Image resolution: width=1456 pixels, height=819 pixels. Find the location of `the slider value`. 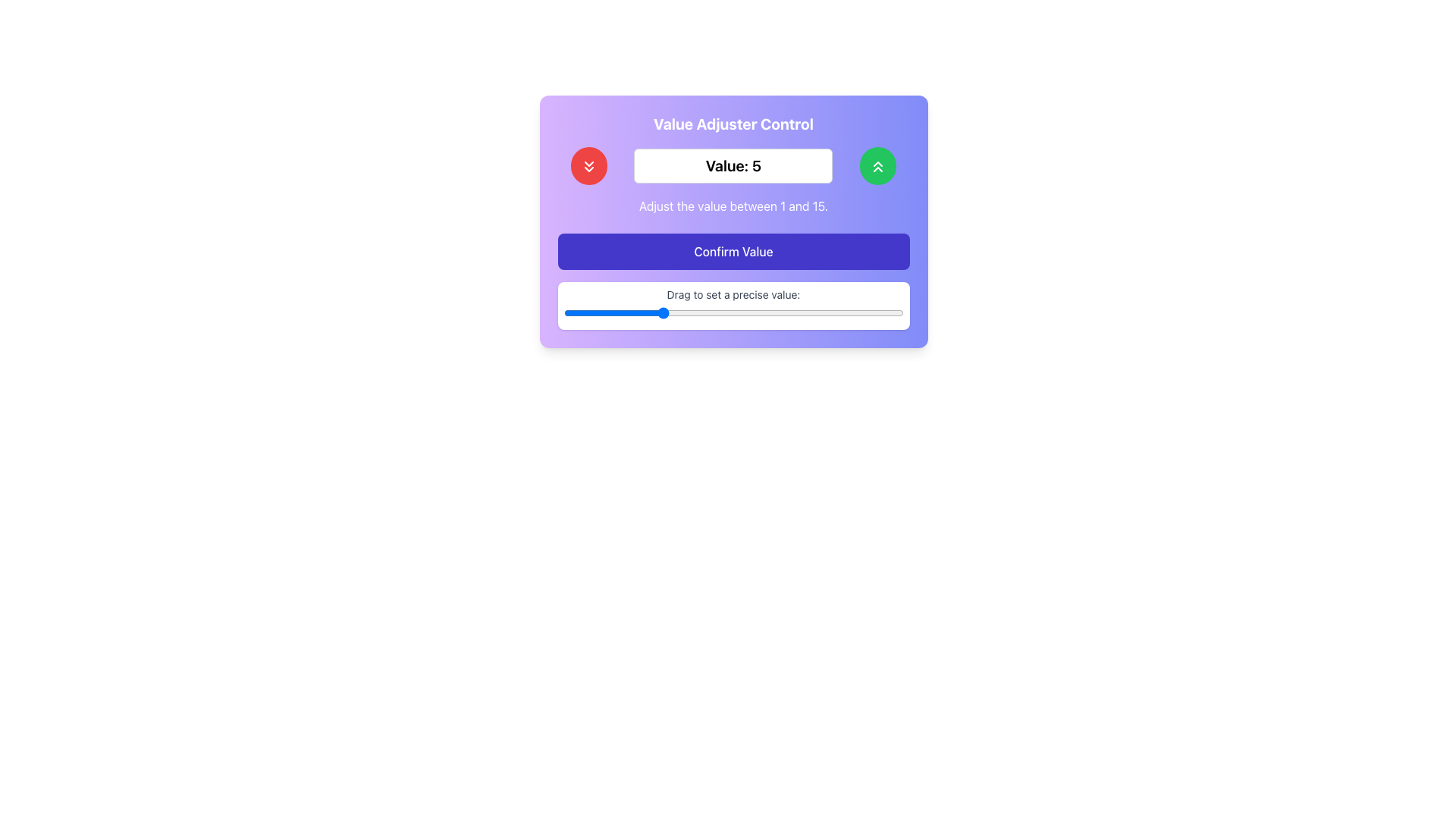

the slider value is located at coordinates (855, 312).